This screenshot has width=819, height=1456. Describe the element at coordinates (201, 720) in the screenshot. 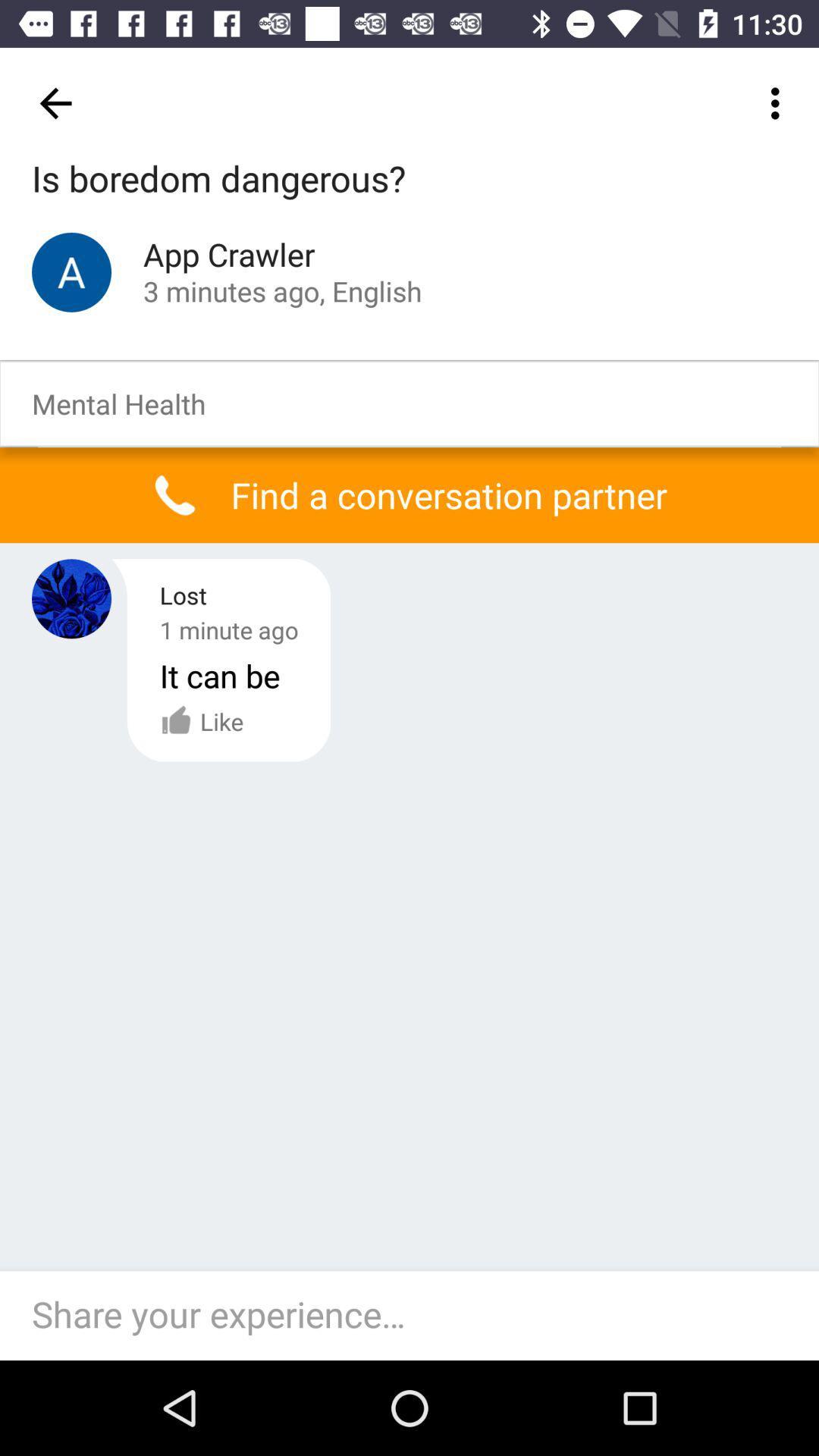

I see `the item below 1 minute ago` at that location.